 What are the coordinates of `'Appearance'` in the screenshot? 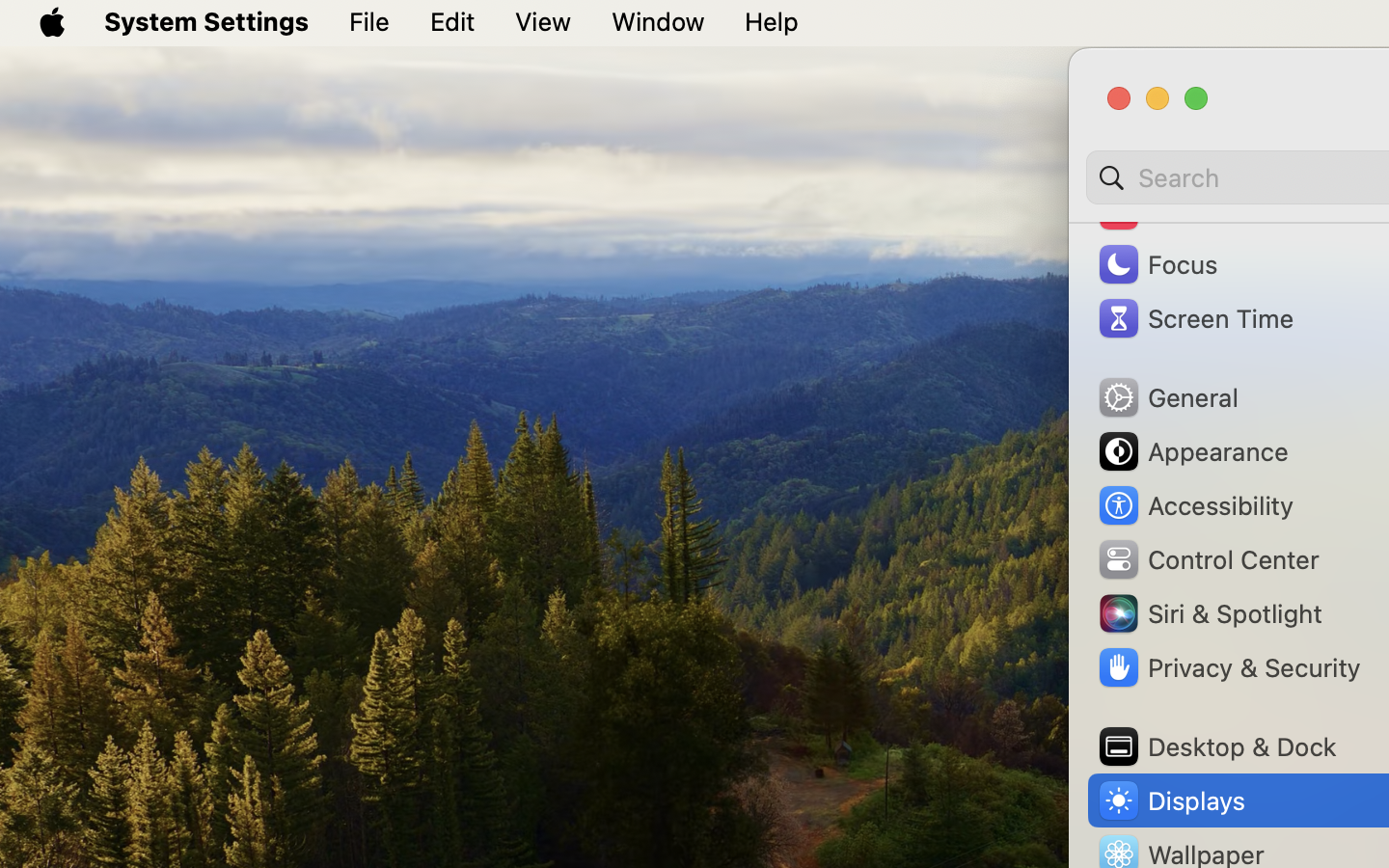 It's located at (1190, 450).